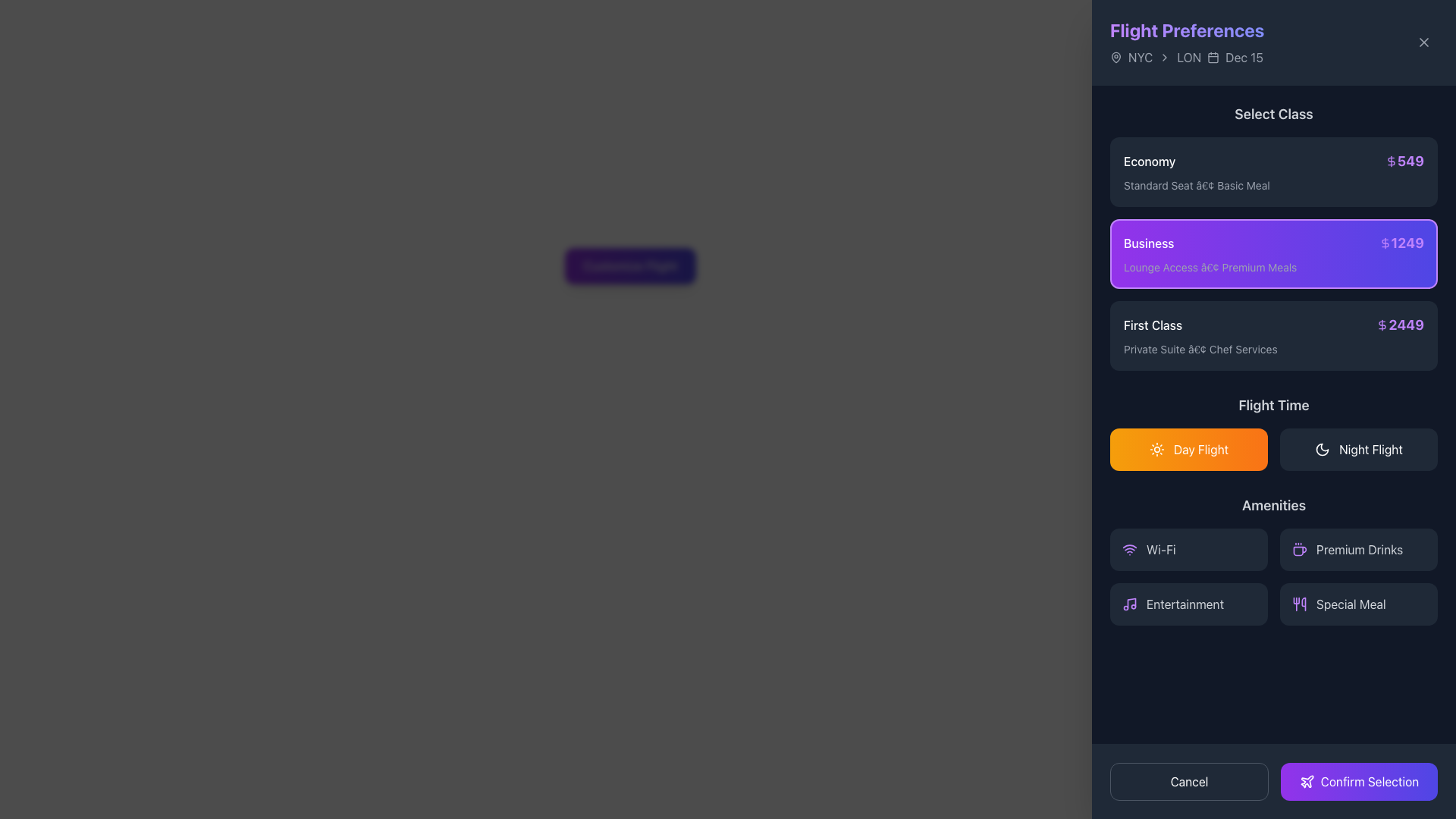 The height and width of the screenshot is (819, 1456). What do you see at coordinates (1306, 781) in the screenshot?
I see `the 'Confirm Selection' button which contains an airplane icon on the lower-right corner of the interface` at bounding box center [1306, 781].